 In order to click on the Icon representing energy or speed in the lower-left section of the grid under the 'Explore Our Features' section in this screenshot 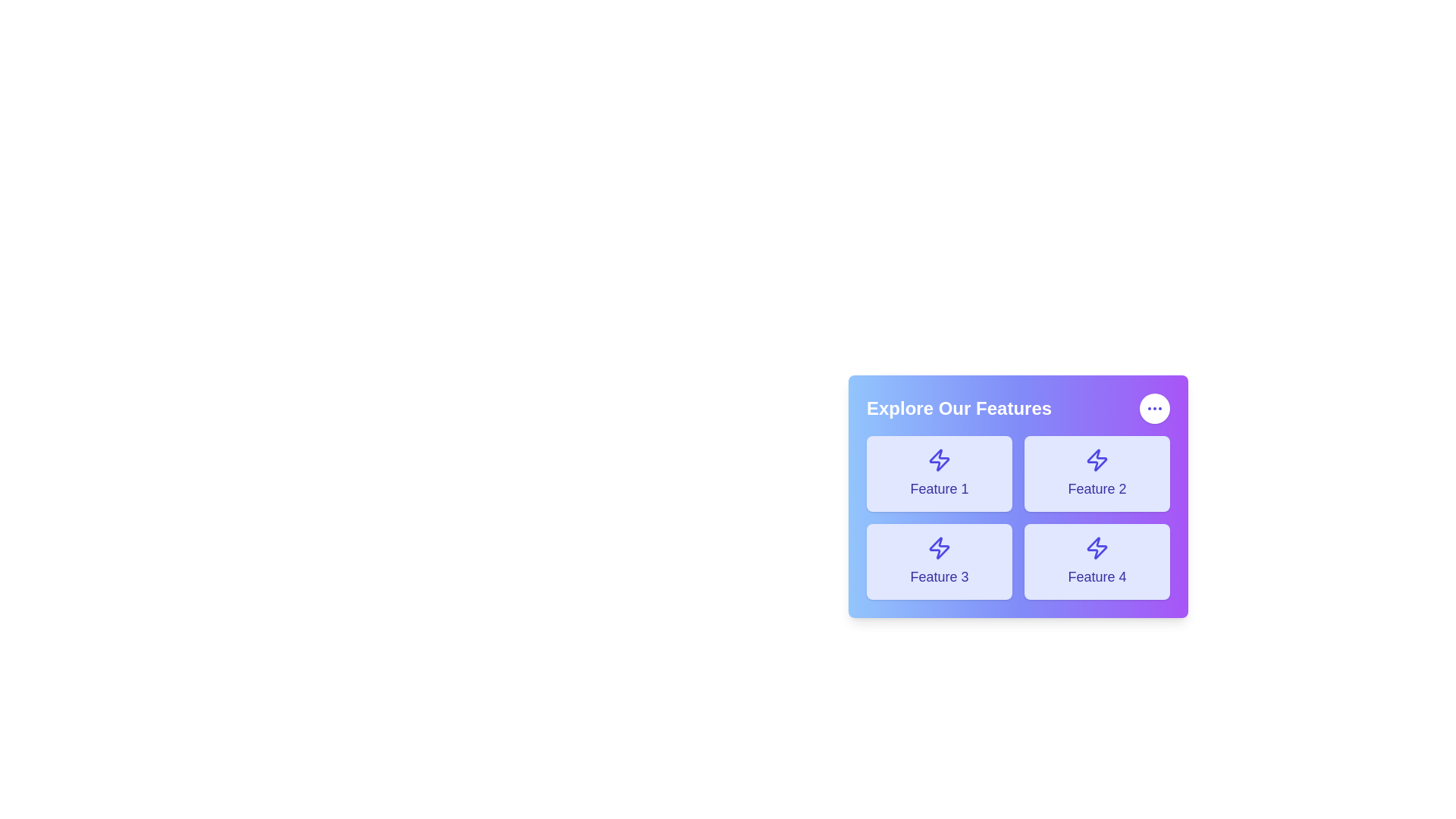, I will do `click(938, 548)`.